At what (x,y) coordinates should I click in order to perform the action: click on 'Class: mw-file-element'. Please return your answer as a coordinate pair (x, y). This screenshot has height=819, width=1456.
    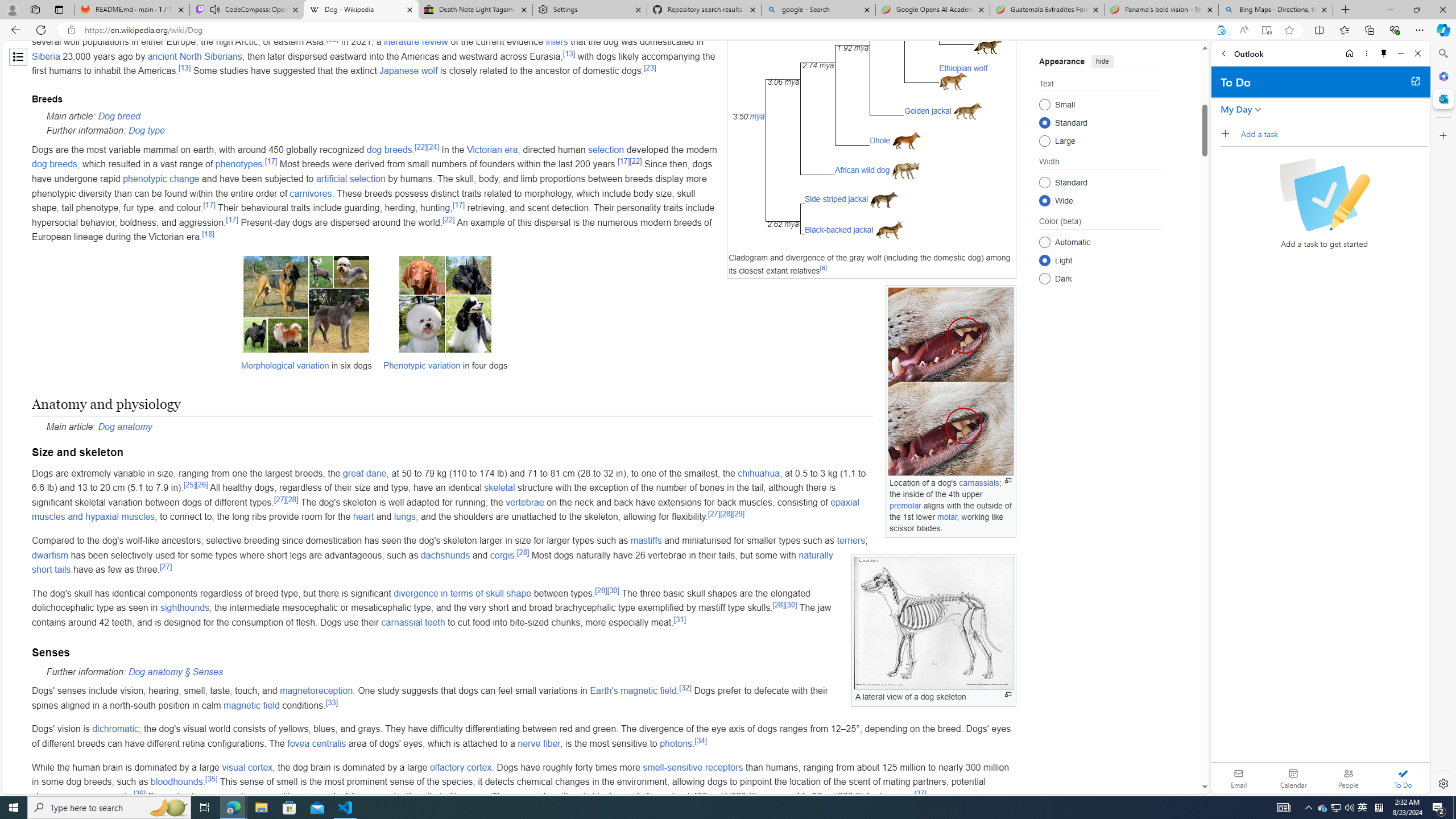
    Looking at the image, I should click on (932, 623).